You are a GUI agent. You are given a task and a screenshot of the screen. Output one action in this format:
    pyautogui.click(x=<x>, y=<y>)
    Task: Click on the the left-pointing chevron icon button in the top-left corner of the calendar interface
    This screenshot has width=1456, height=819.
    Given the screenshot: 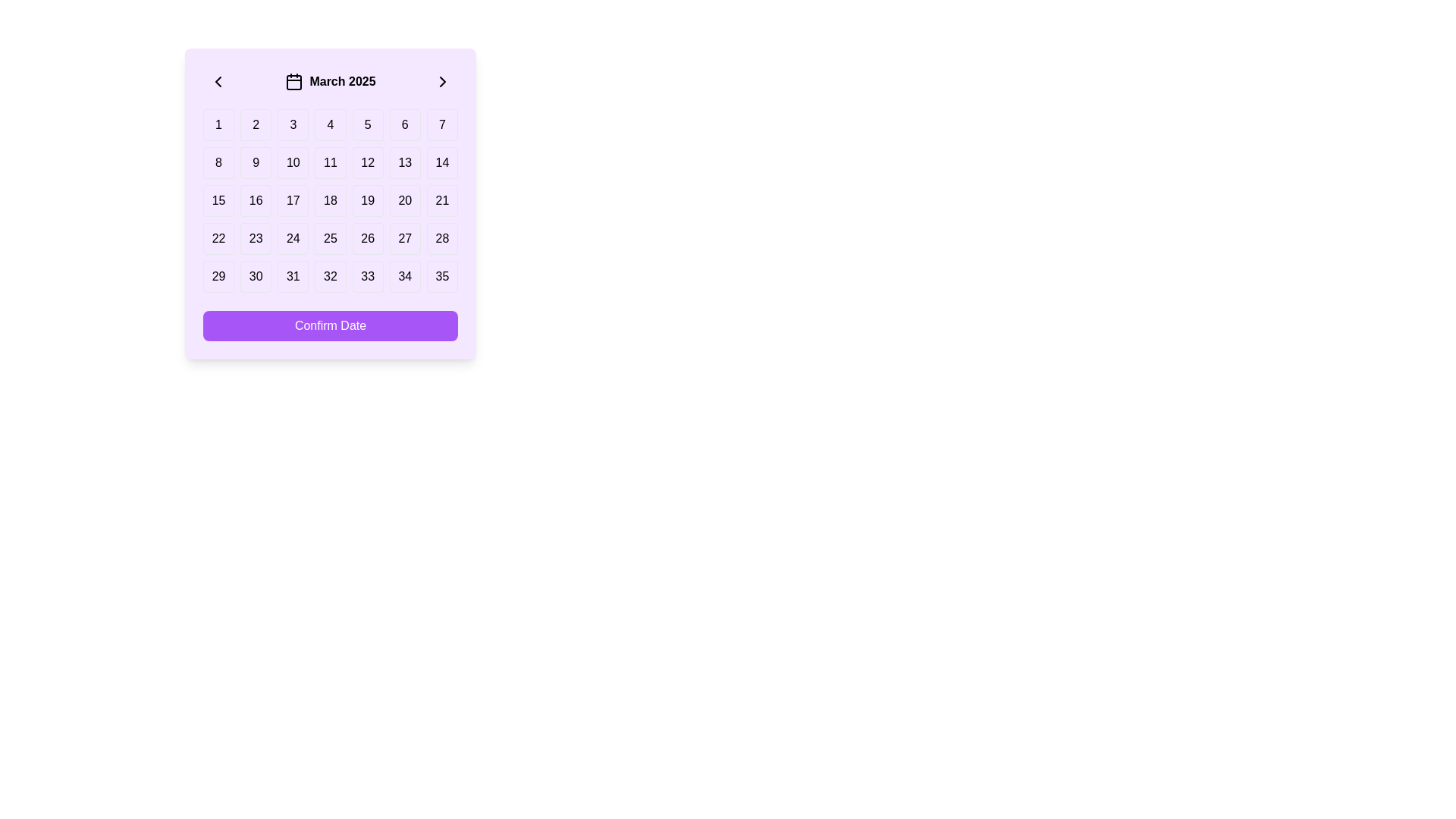 What is the action you would take?
    pyautogui.click(x=218, y=82)
    